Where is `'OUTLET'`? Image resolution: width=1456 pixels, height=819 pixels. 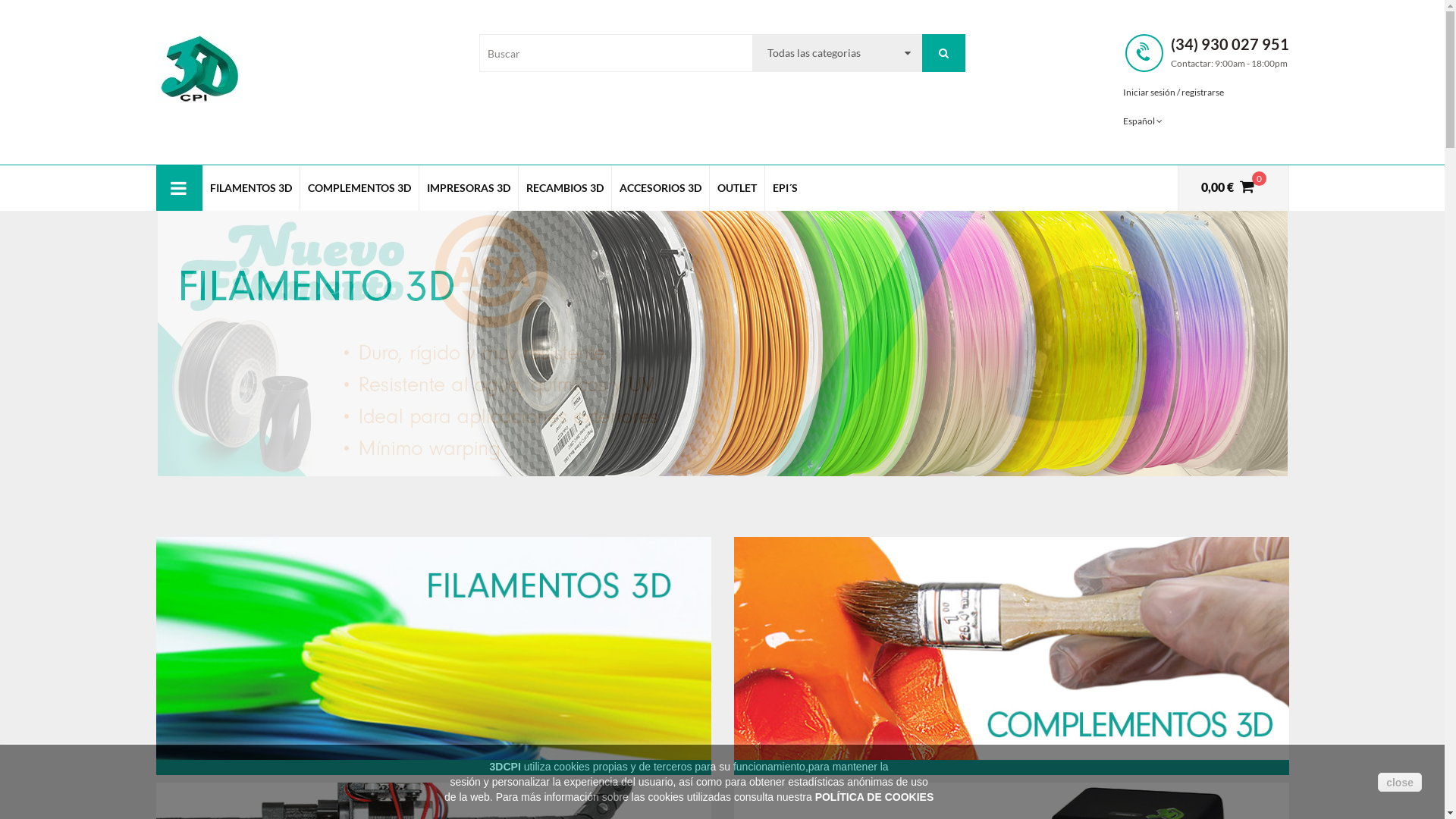 'OUTLET' is located at coordinates (736, 187).